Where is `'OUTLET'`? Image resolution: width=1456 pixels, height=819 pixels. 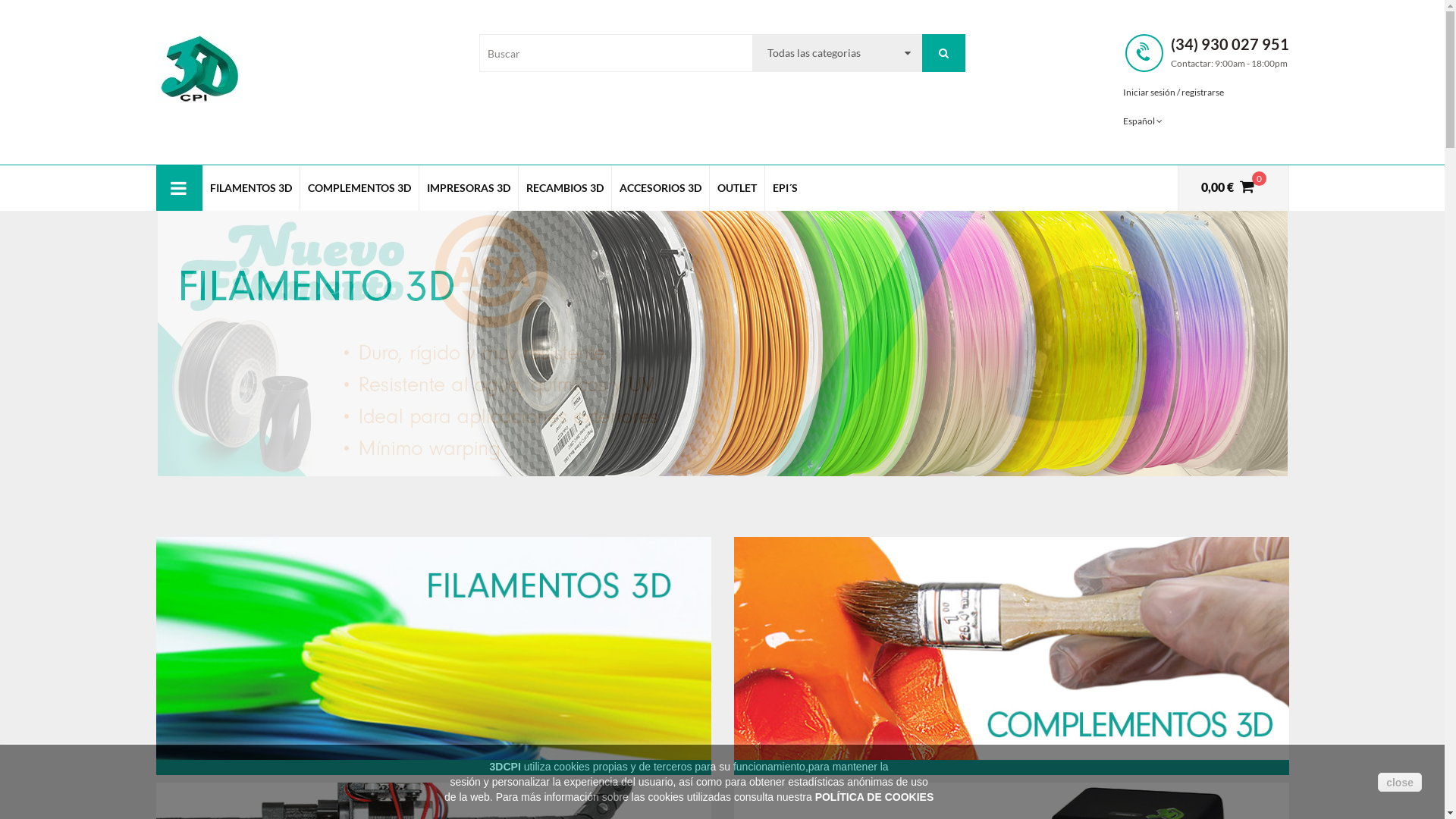 'OUTLET' is located at coordinates (736, 187).